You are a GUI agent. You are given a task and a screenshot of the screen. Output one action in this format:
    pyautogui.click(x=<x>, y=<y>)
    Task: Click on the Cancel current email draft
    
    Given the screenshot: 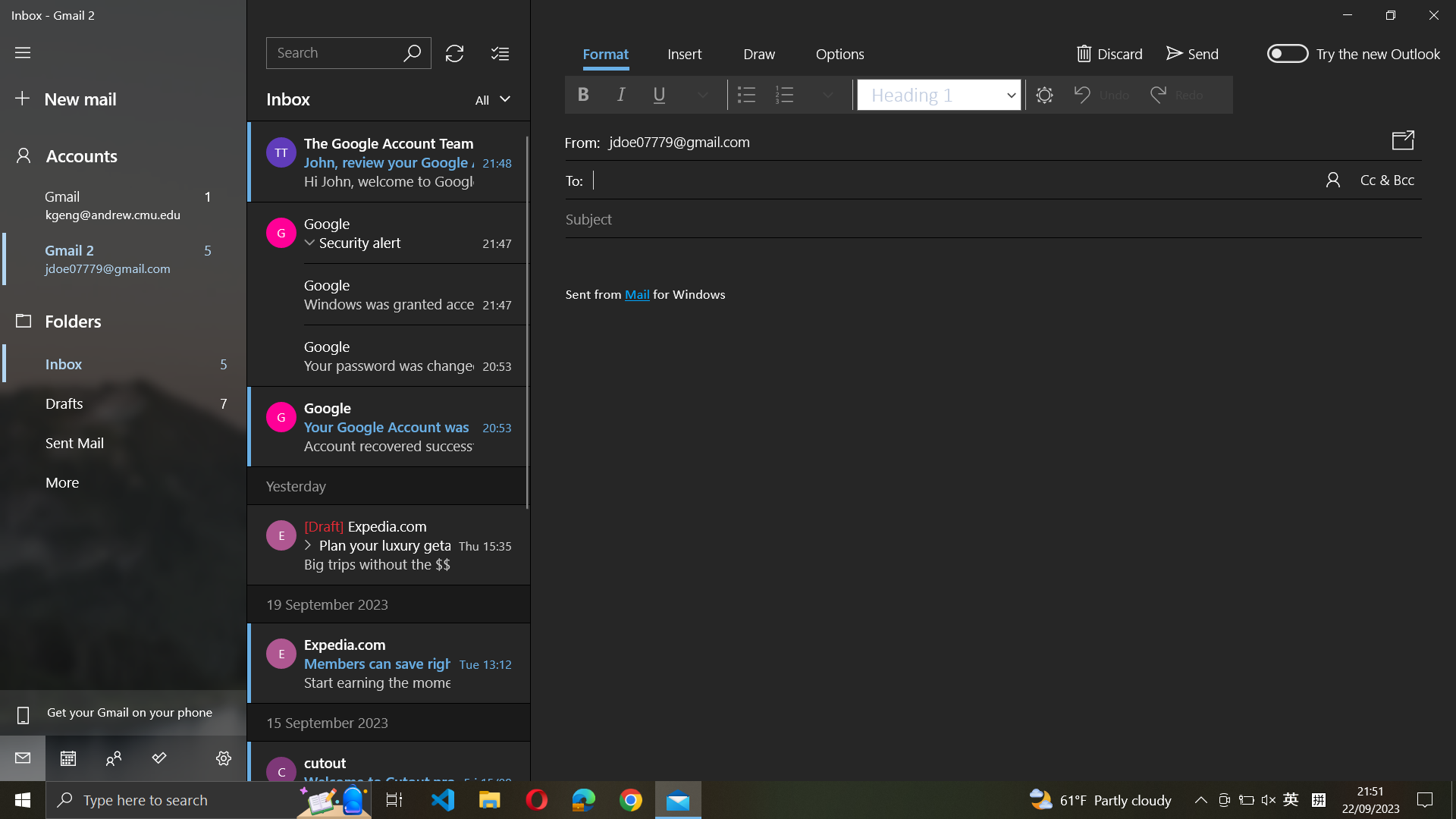 What is the action you would take?
    pyautogui.click(x=1109, y=51)
    